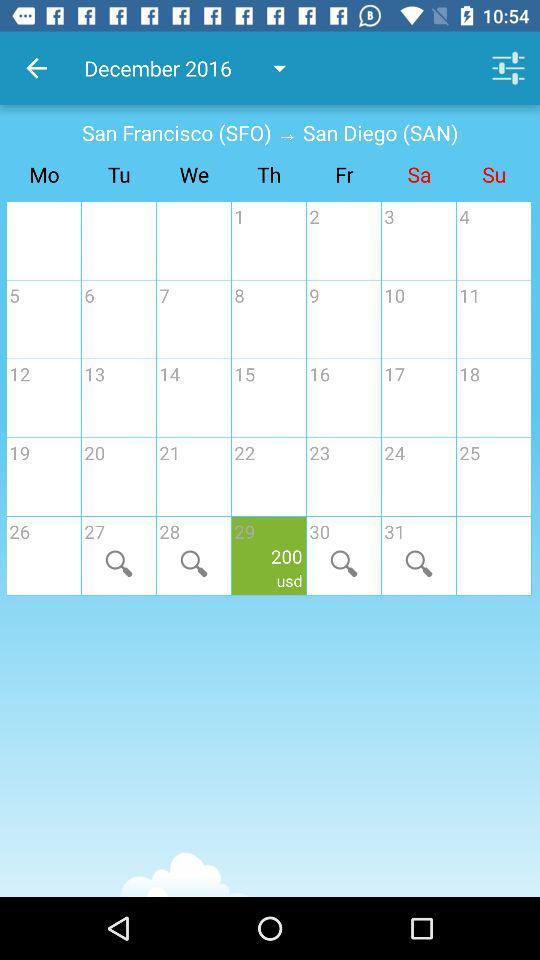 This screenshot has height=960, width=540. I want to click on the item above san francisco sfo, so click(36, 68).